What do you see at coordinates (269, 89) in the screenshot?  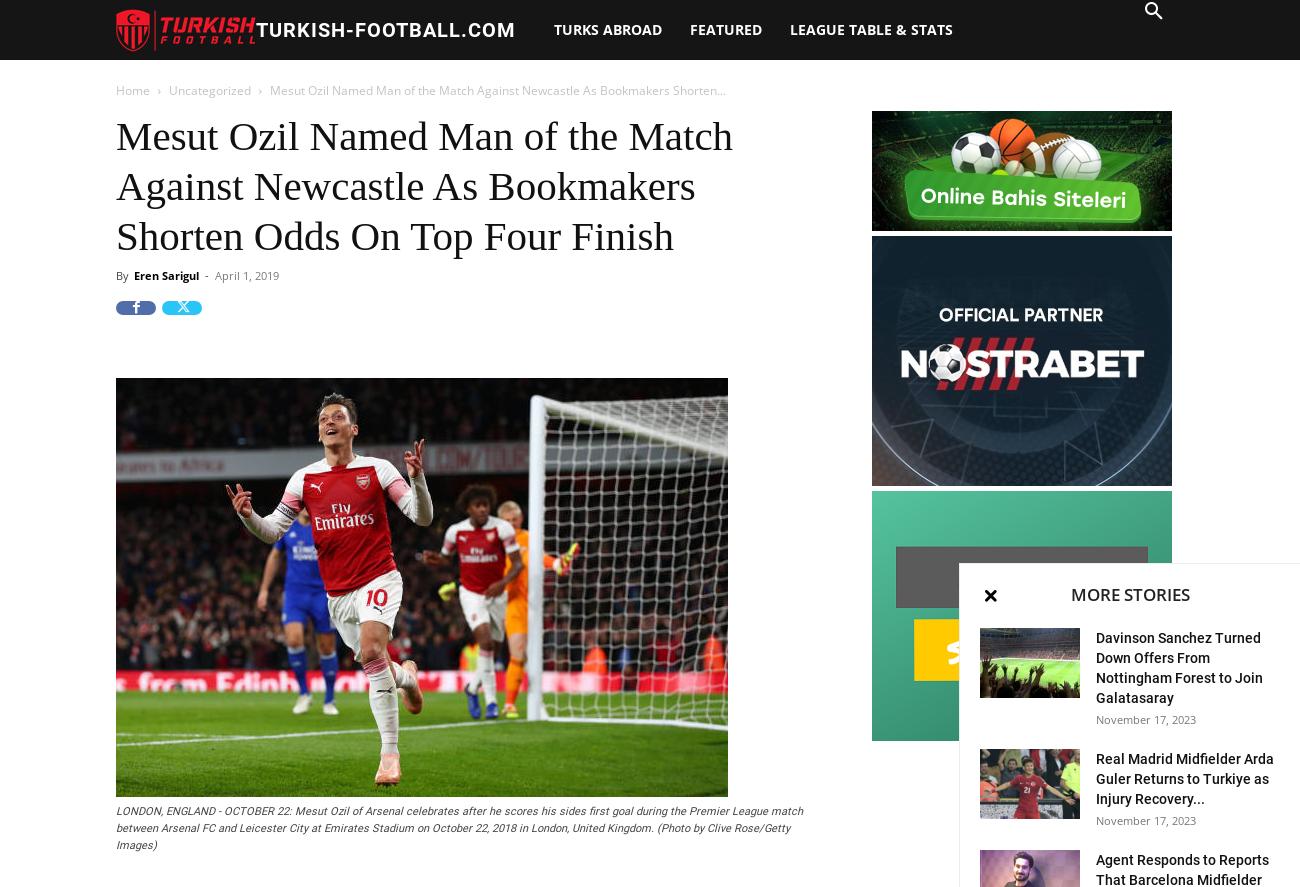 I see `'Mesut Ozil Named Man of the Match Against Newcastle As Bookmakers Shorten...'` at bounding box center [269, 89].